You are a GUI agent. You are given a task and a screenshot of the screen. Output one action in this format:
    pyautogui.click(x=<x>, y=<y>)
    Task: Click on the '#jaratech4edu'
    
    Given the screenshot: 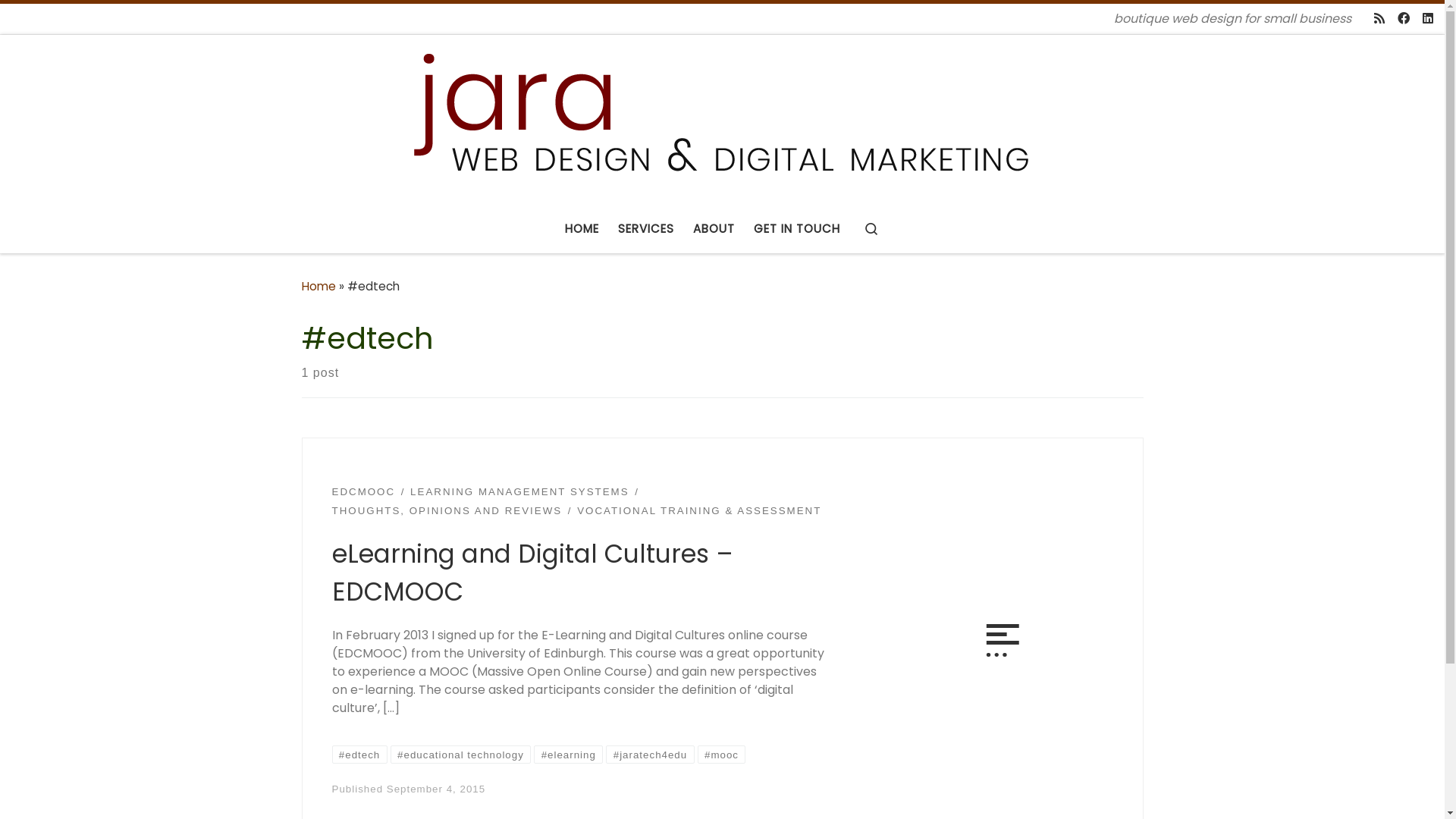 What is the action you would take?
    pyautogui.click(x=650, y=755)
    